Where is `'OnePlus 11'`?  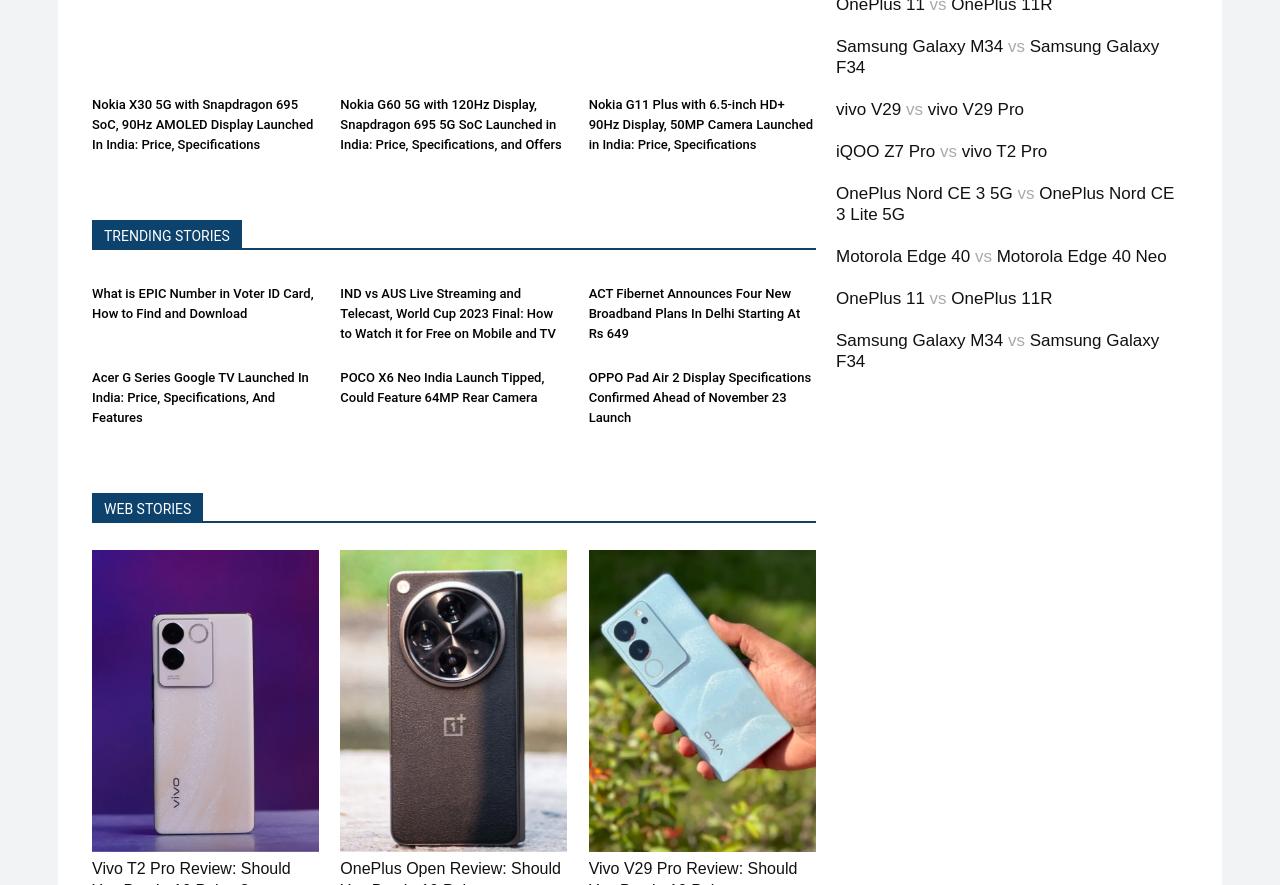
'OnePlus 11' is located at coordinates (880, 297).